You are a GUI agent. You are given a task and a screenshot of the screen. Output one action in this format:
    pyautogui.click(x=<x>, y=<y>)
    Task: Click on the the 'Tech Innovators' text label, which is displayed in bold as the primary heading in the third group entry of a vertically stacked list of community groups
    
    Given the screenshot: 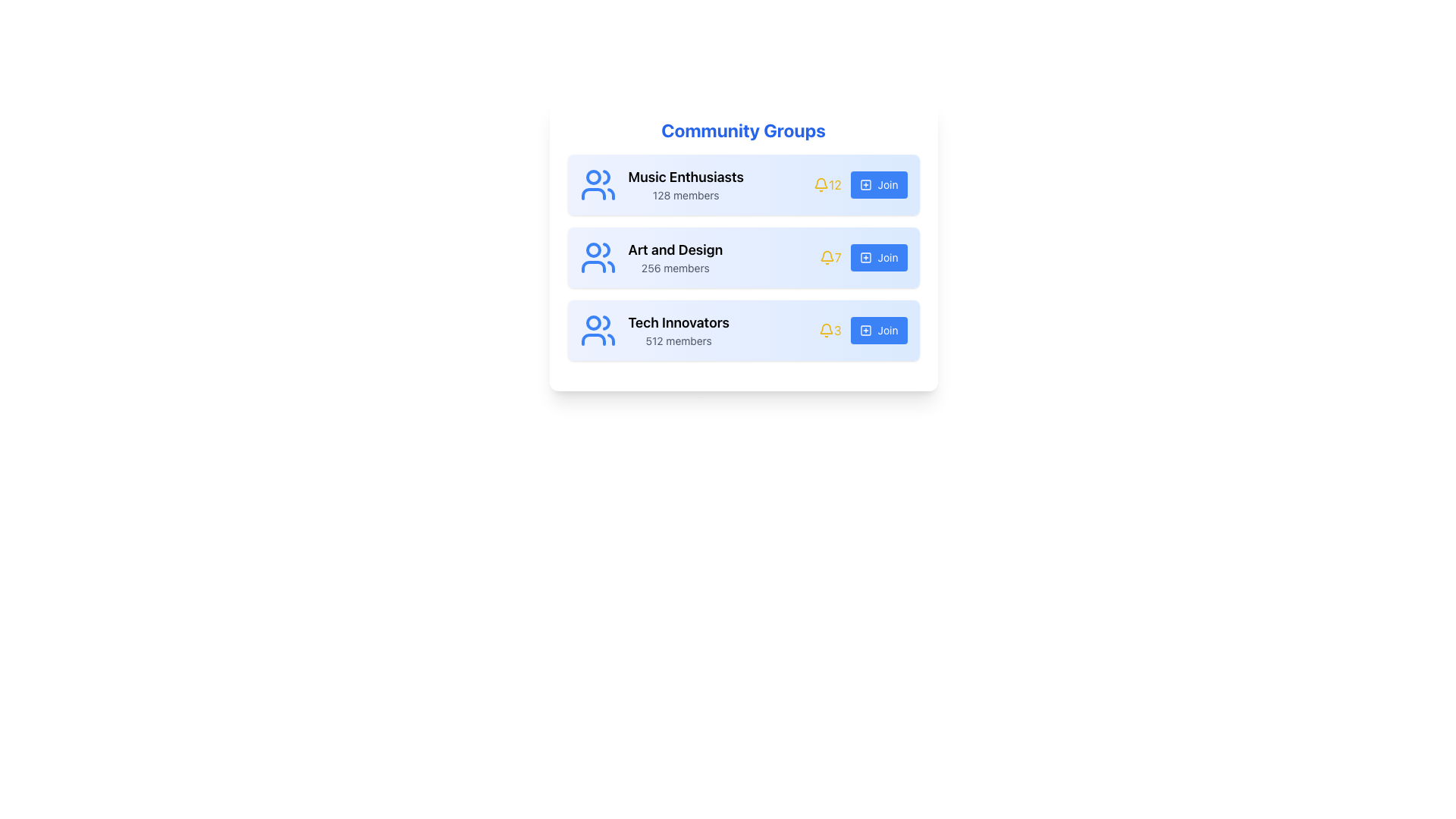 What is the action you would take?
    pyautogui.click(x=677, y=322)
    